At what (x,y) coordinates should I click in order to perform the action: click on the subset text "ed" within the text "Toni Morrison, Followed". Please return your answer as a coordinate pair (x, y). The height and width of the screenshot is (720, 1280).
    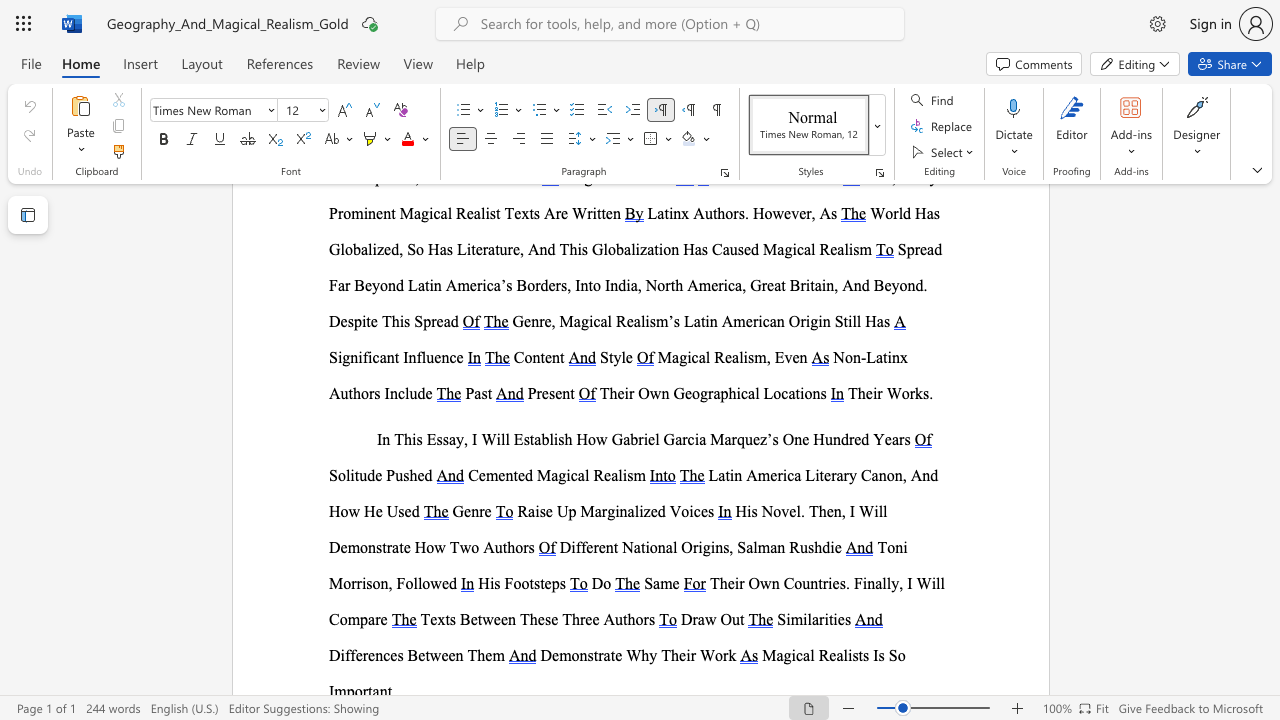
    Looking at the image, I should click on (440, 583).